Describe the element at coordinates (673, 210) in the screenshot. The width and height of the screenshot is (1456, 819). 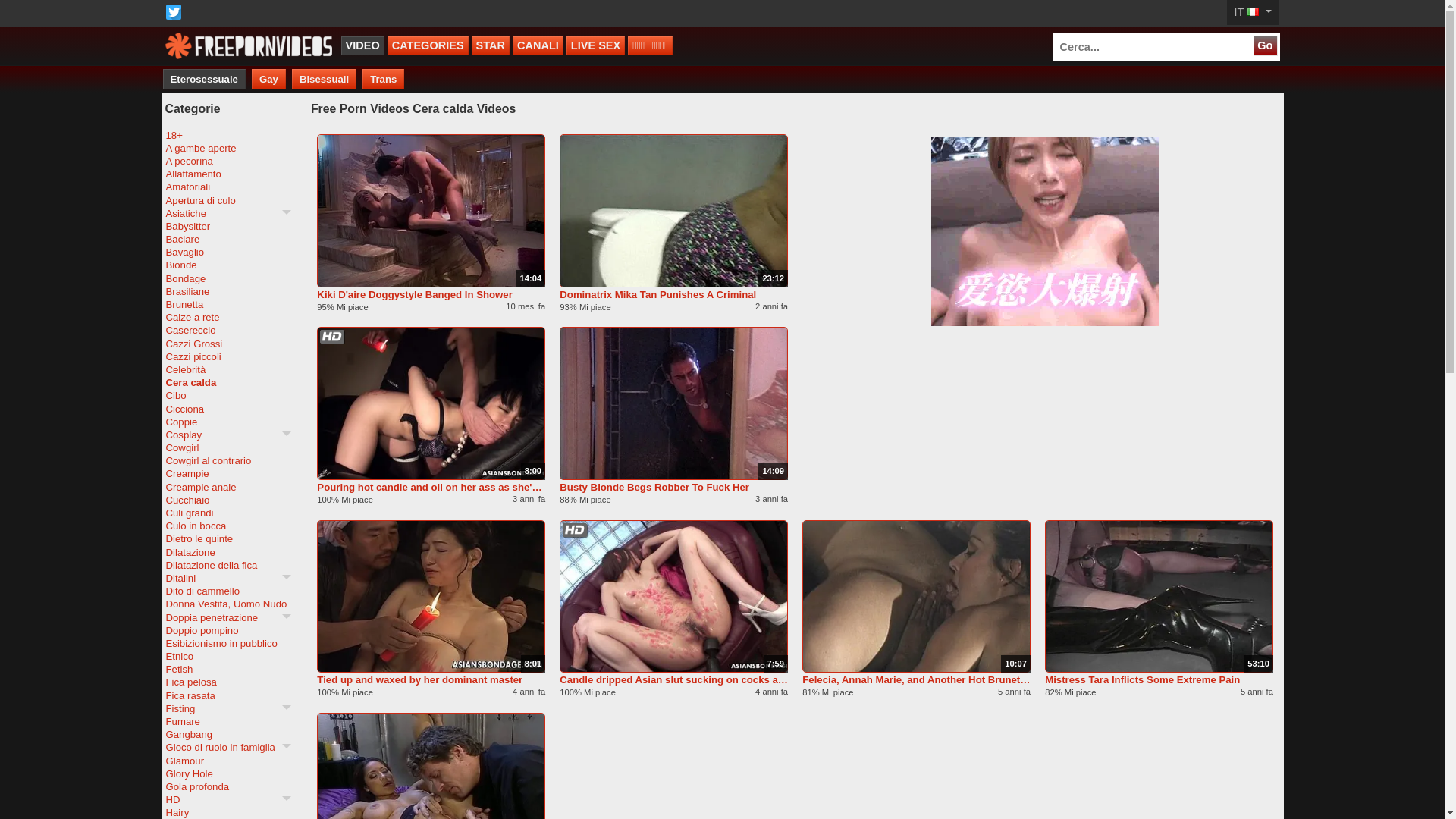
I see `'23:12'` at that location.